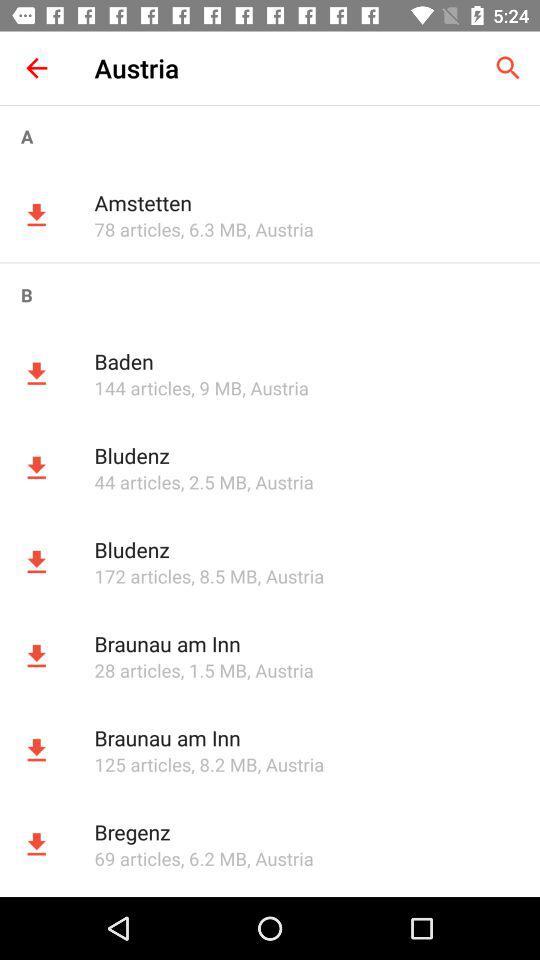 This screenshot has width=540, height=960. Describe the element at coordinates (136, 229) in the screenshot. I see `the app below the amstetten item` at that location.